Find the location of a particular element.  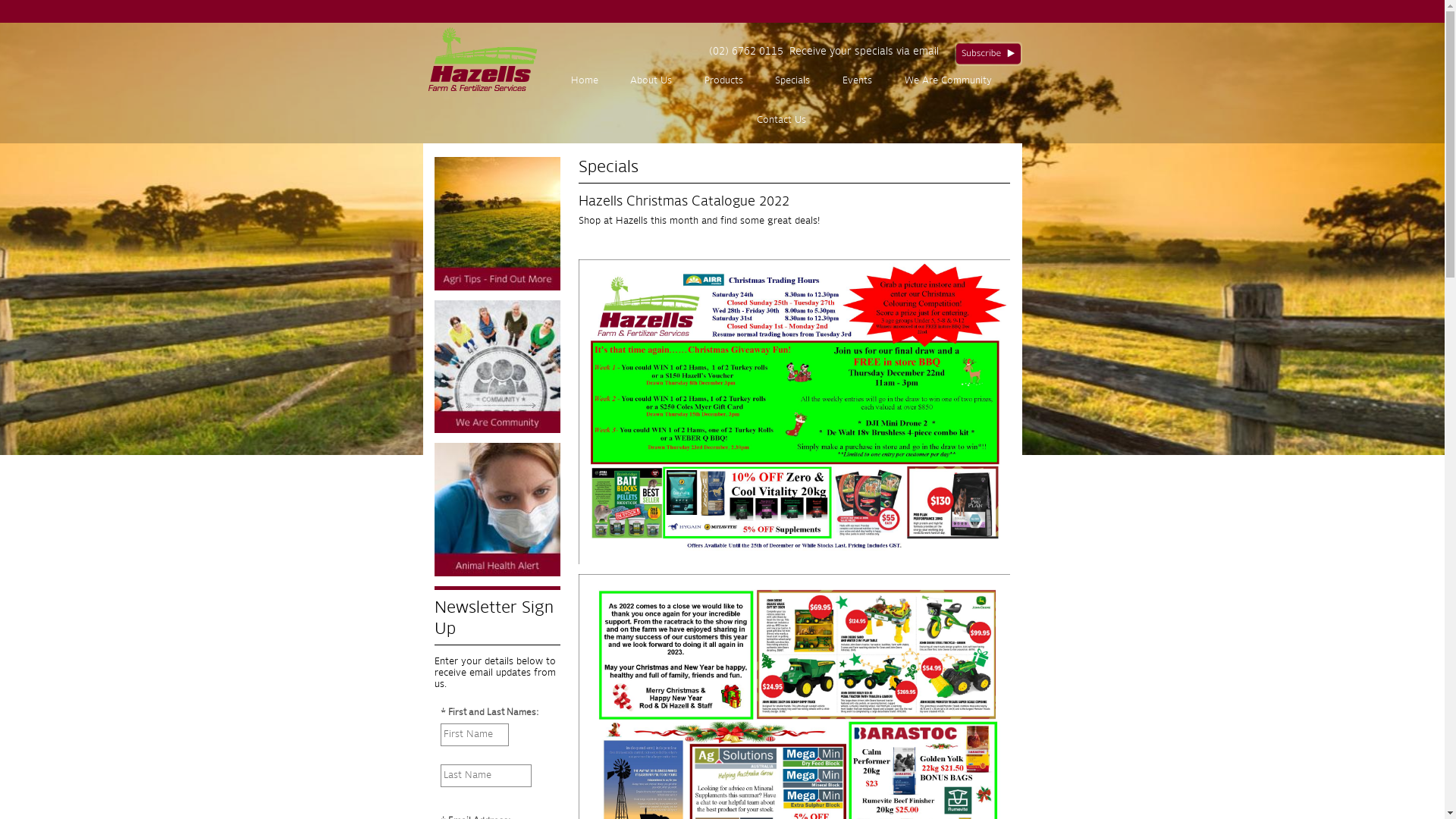

'Specials' is located at coordinates (792, 81).